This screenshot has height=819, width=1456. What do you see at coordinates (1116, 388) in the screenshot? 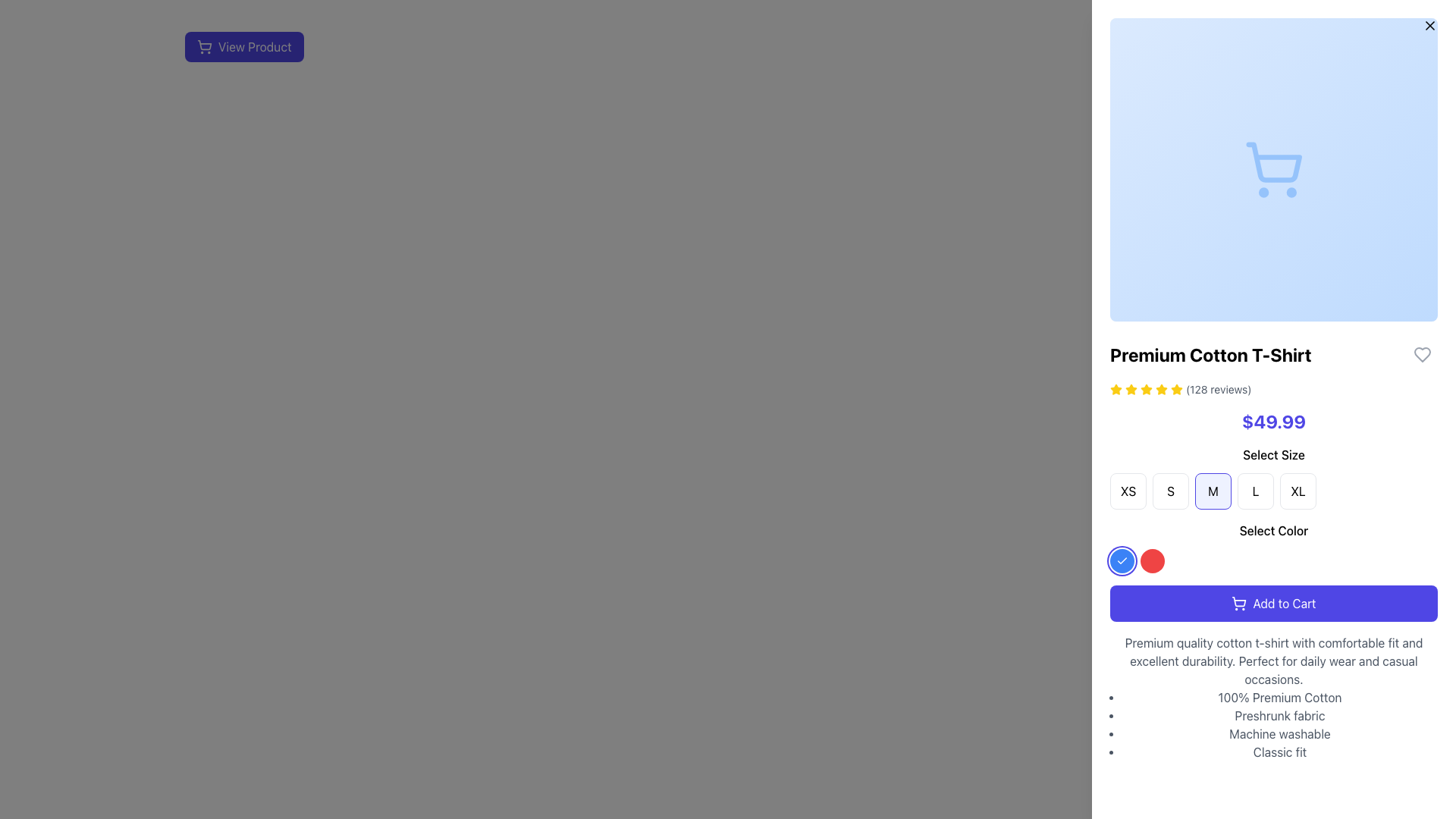
I see `the first star icon in the rating system located below 'Premium Cotton T-Shirt' and above the price label` at bounding box center [1116, 388].